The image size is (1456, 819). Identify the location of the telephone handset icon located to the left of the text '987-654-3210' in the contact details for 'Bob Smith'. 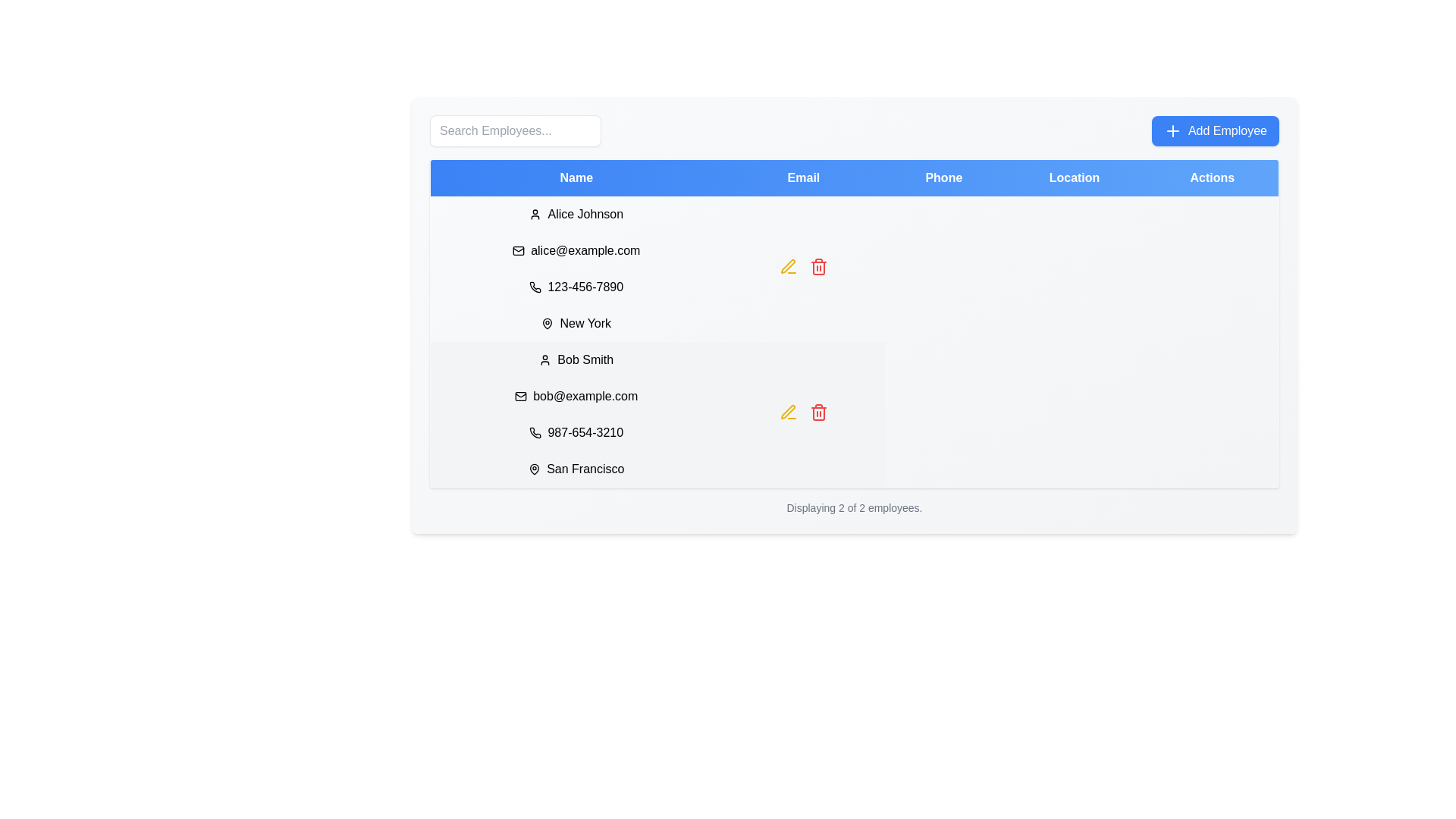
(535, 432).